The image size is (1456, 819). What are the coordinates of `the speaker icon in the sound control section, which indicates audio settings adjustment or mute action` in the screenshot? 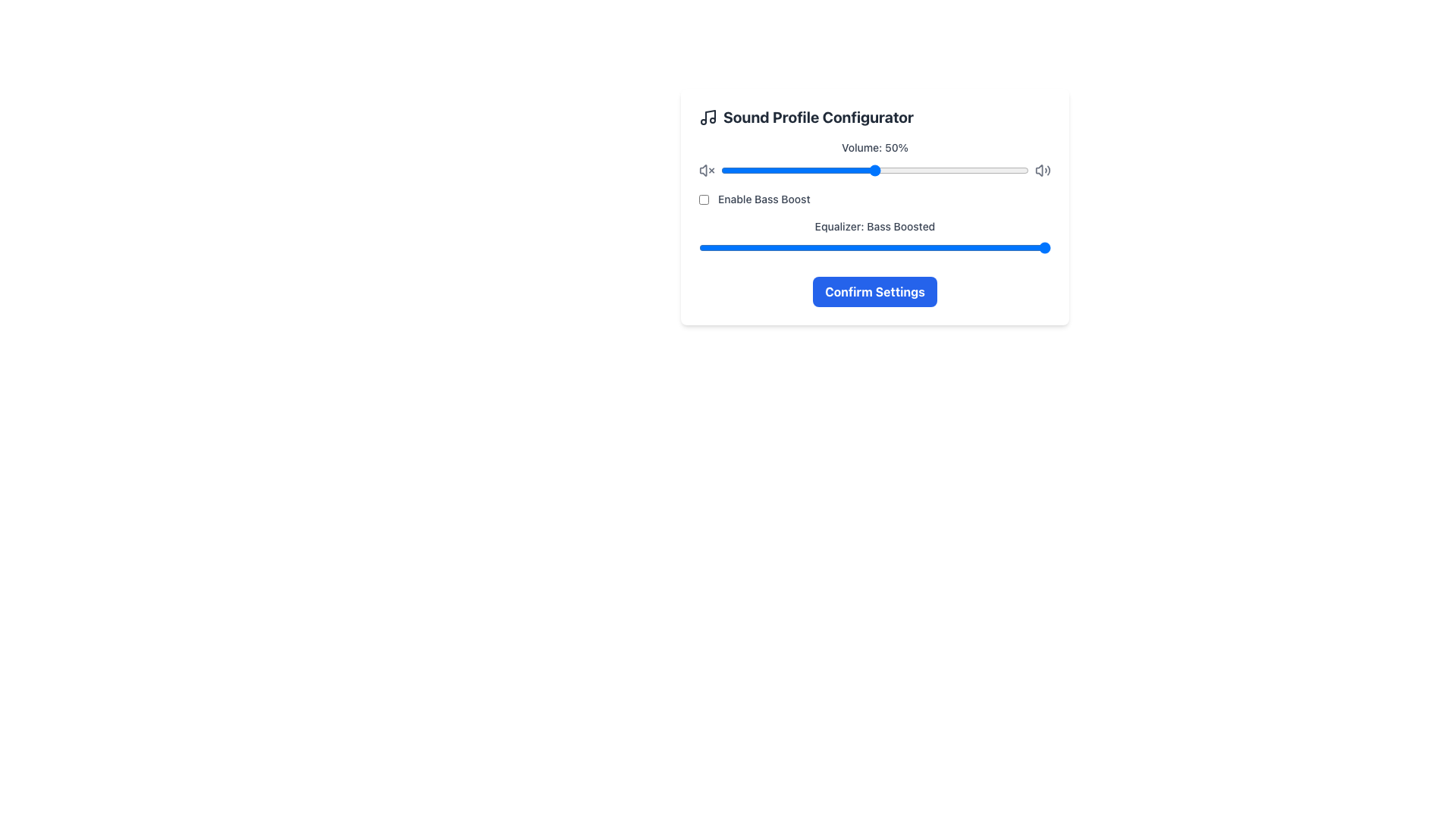 It's located at (702, 170).